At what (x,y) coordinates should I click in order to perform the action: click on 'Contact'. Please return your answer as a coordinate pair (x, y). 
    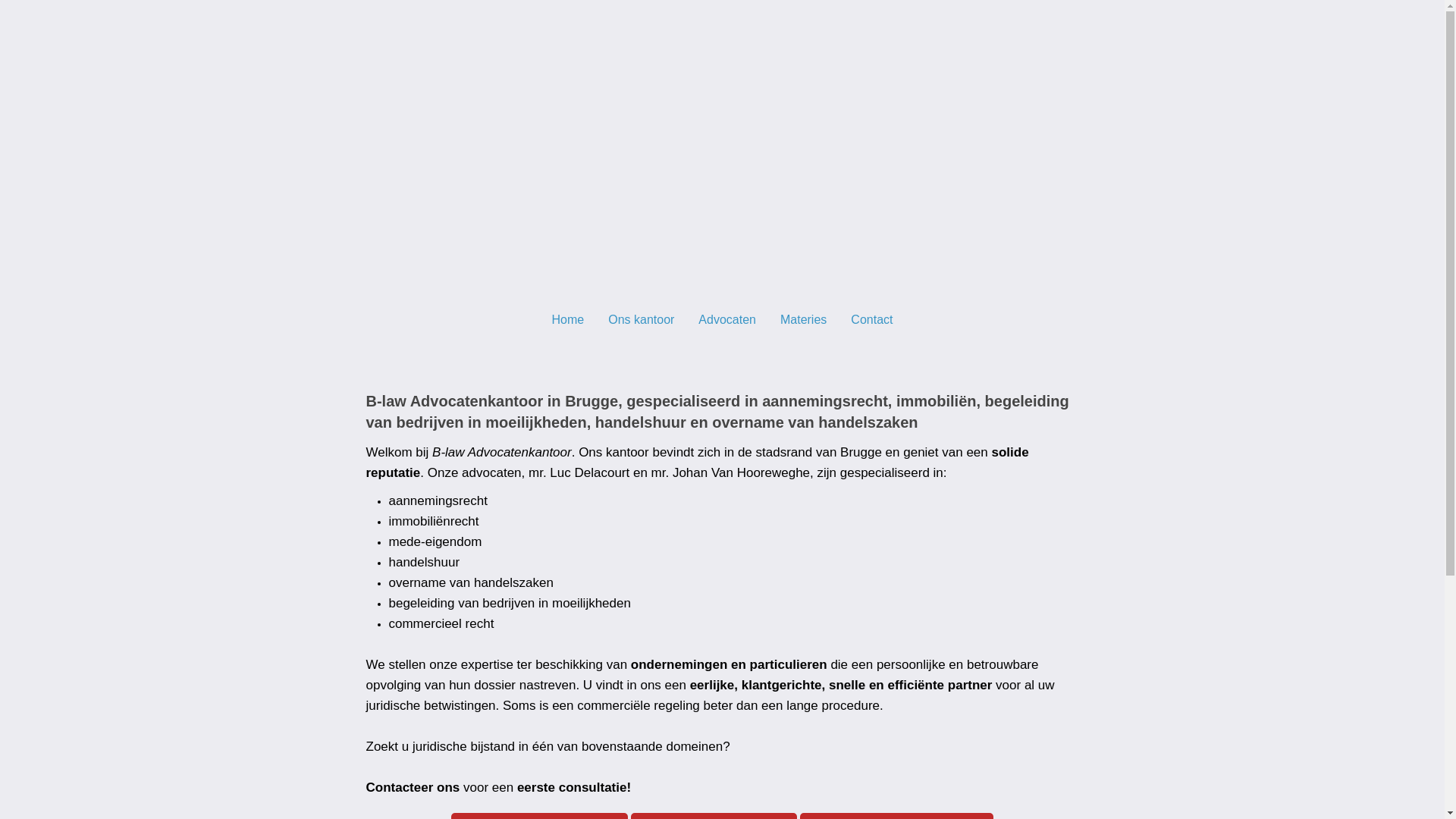
    Looking at the image, I should click on (871, 317).